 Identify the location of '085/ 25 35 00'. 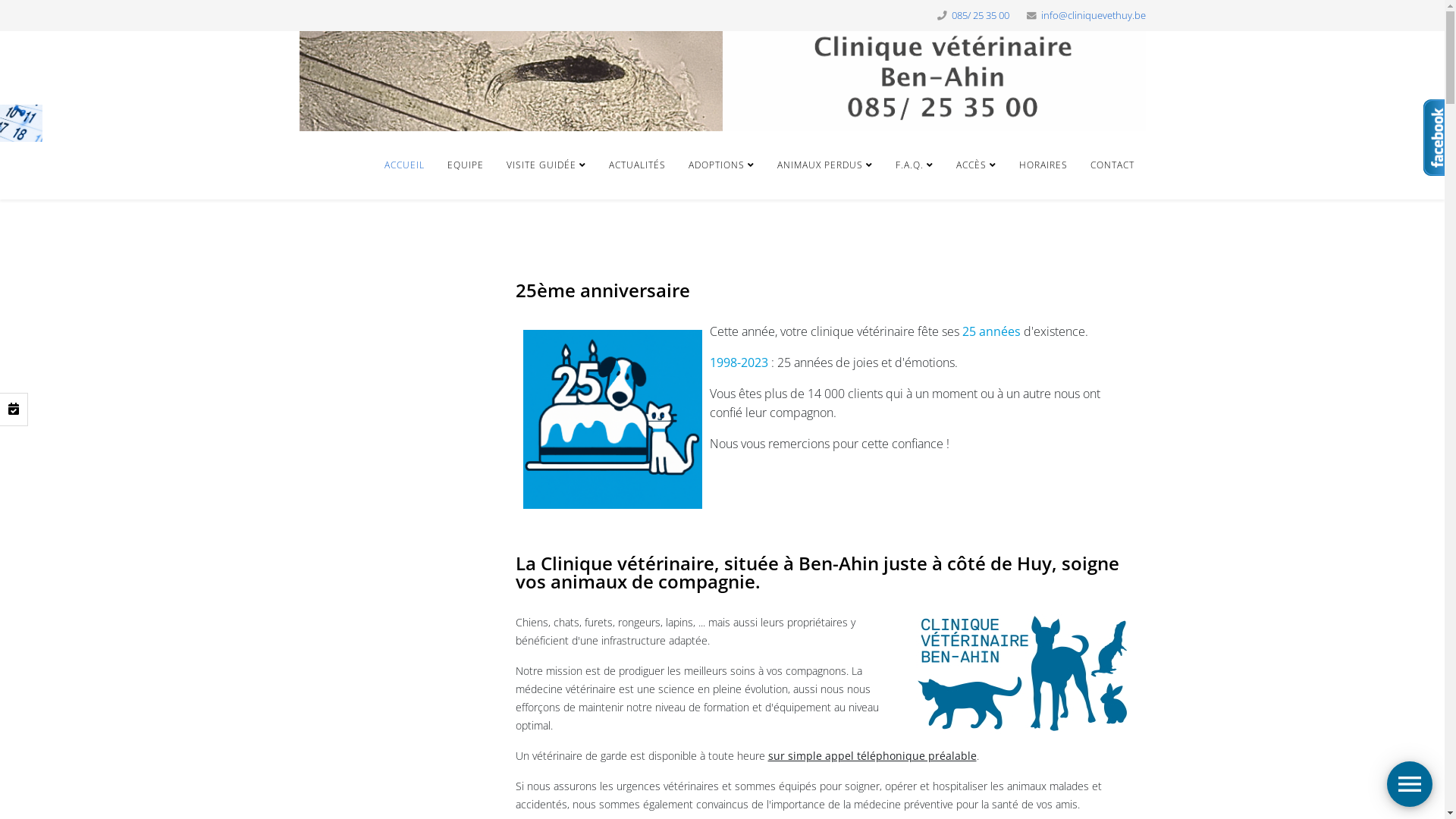
(979, 15).